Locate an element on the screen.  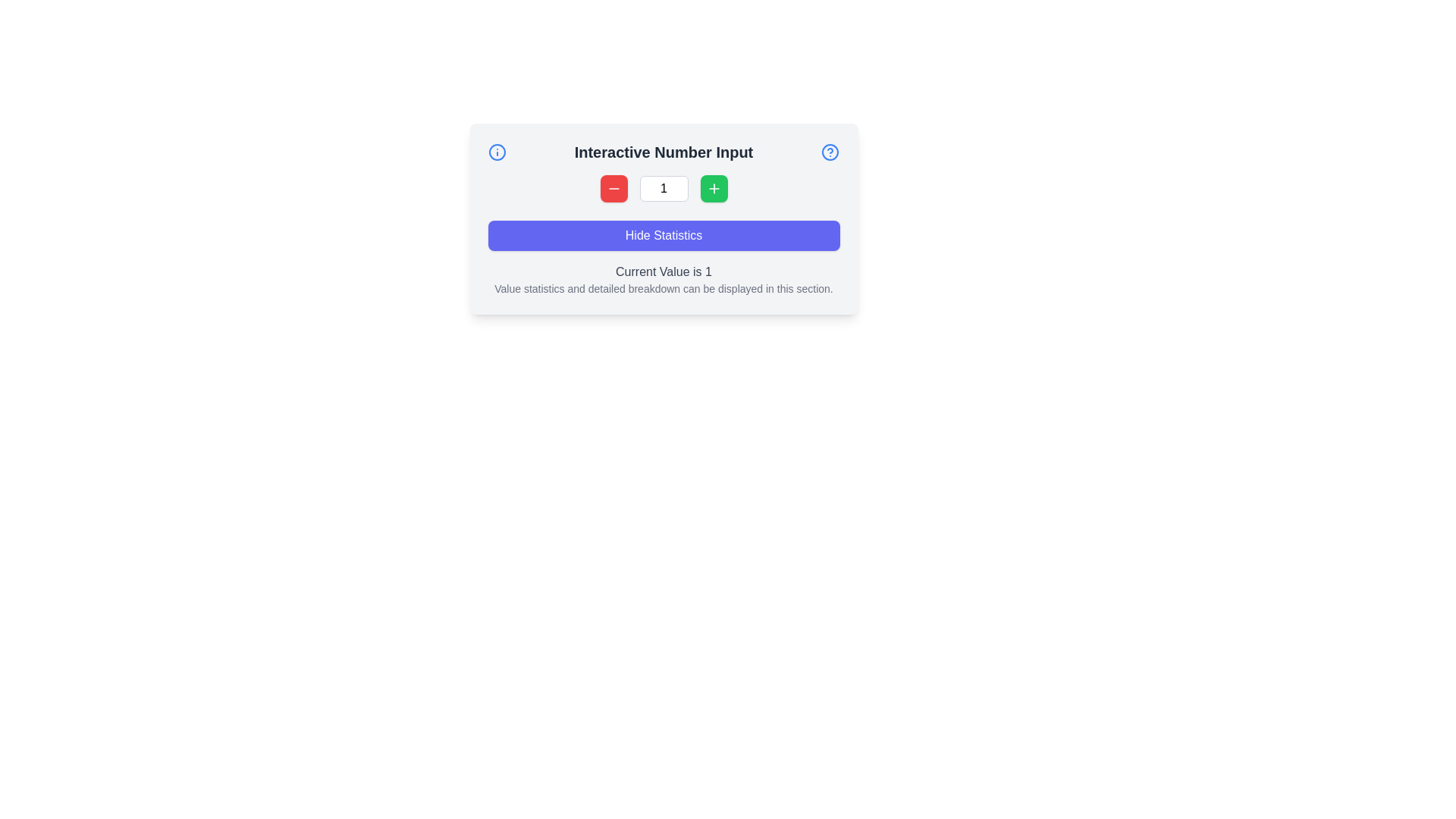
the green square button with a white plus symbol to increase the value is located at coordinates (713, 188).